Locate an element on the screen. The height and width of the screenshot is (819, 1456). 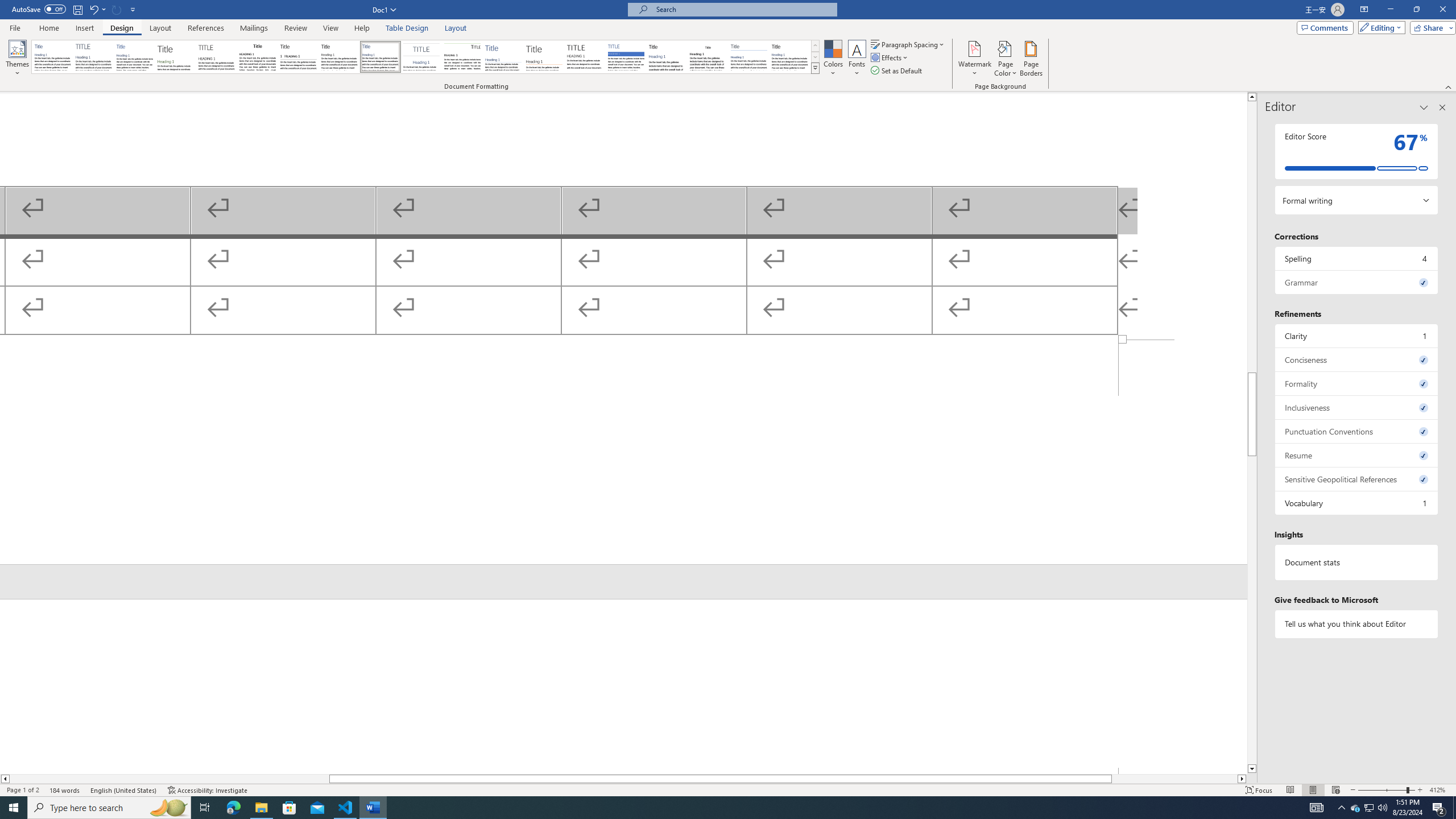
'Word 2013' is located at coordinates (791, 56).